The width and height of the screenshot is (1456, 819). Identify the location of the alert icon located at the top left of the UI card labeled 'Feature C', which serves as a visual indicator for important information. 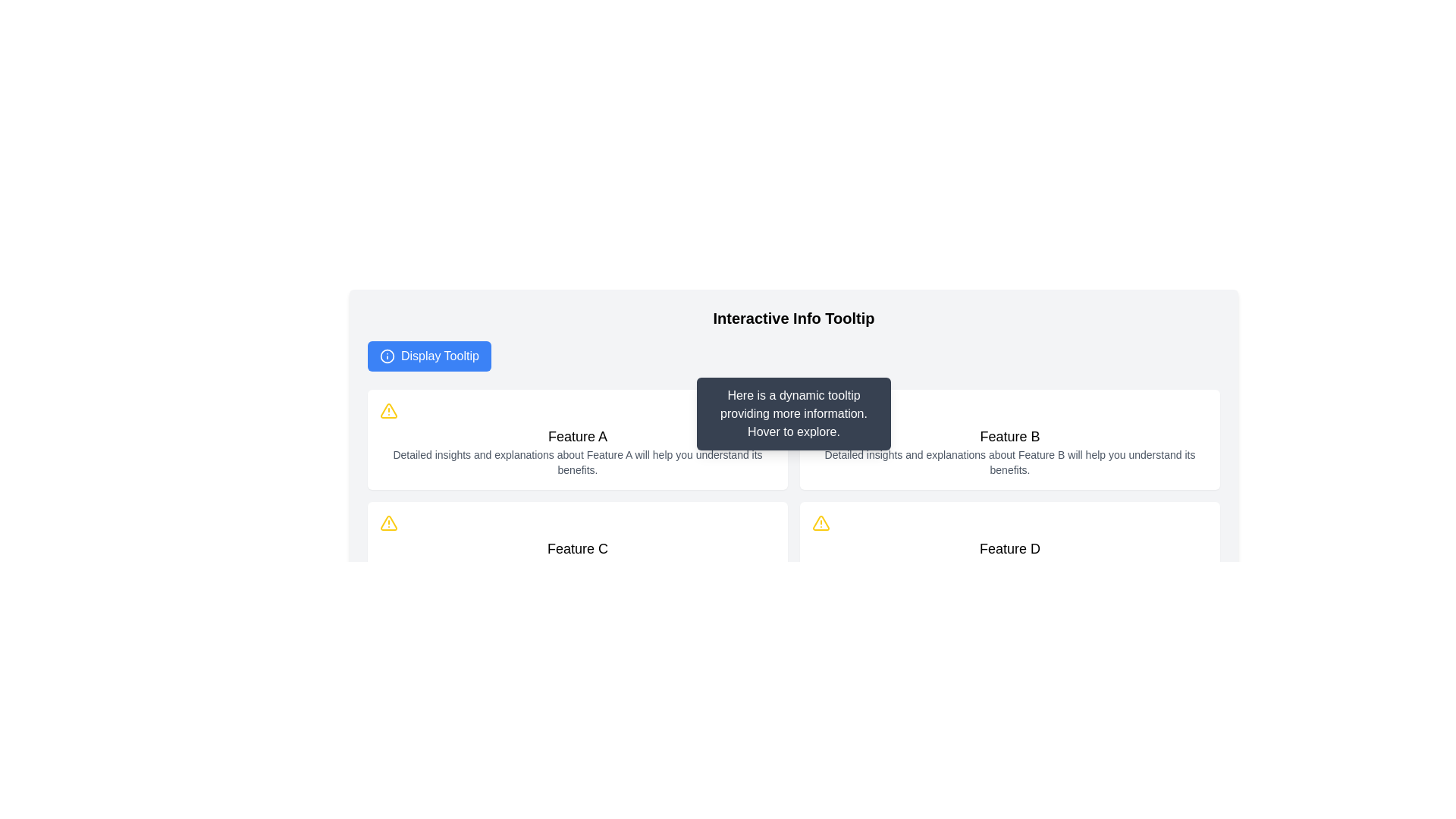
(389, 522).